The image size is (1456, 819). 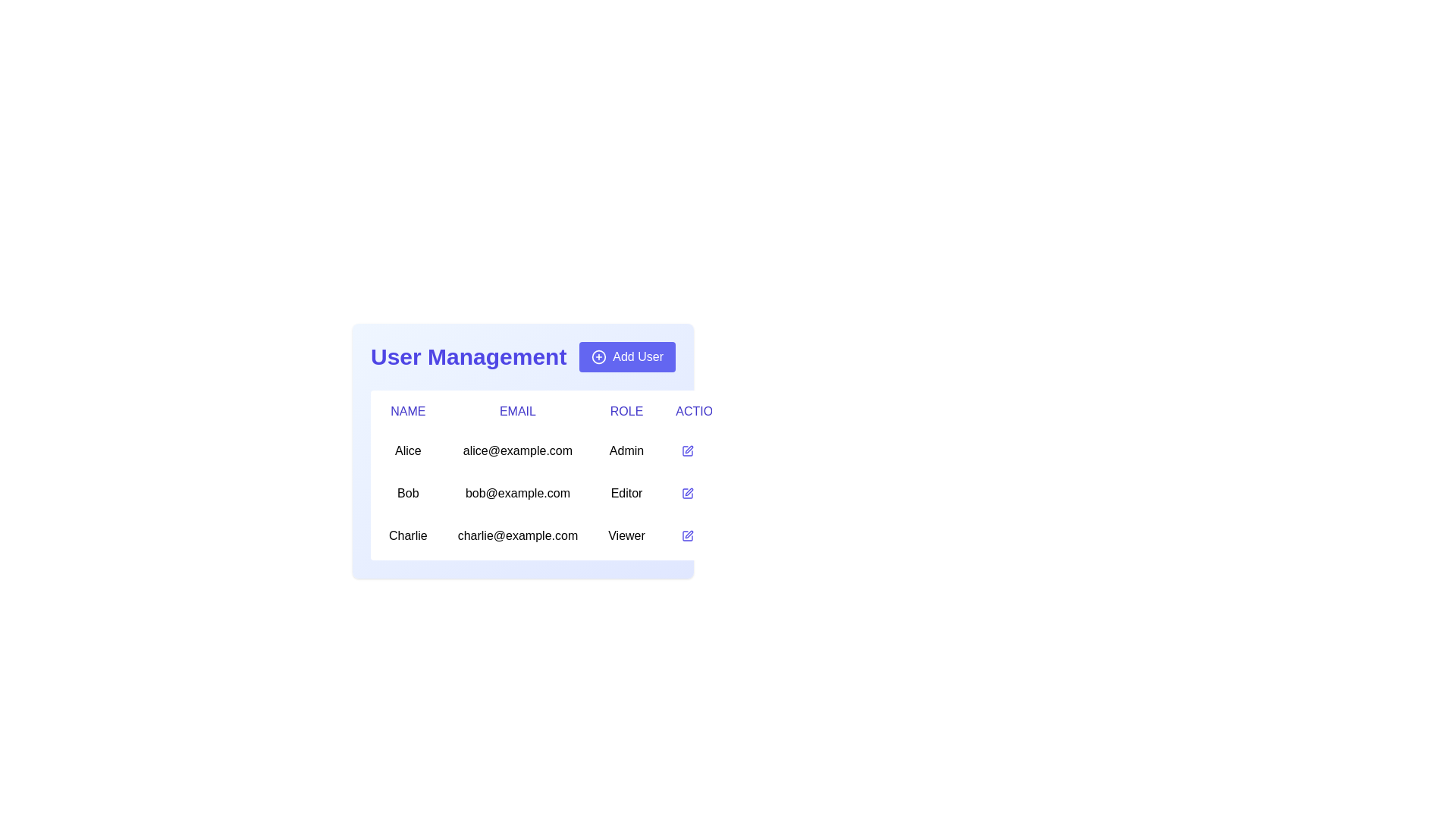 What do you see at coordinates (626, 494) in the screenshot?
I see `the 'Editor' text label located in the second row under the 'Role' column, which is to the right of the 'Email' column displaying 'bob@example.com'` at bounding box center [626, 494].